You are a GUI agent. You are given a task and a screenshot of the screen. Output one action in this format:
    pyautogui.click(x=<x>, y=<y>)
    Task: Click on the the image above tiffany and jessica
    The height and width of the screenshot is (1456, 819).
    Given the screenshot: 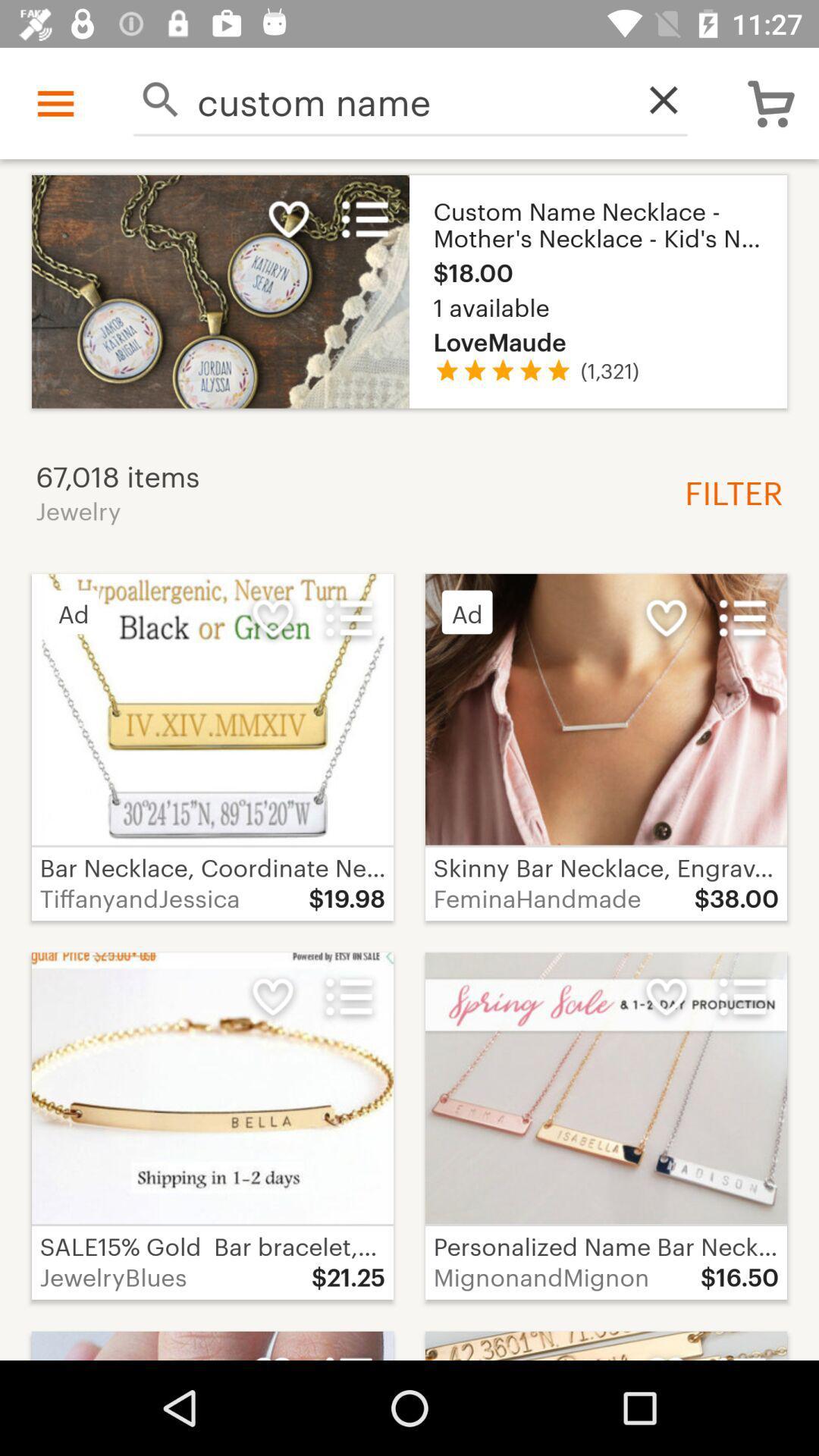 What is the action you would take?
    pyautogui.click(x=212, y=709)
    